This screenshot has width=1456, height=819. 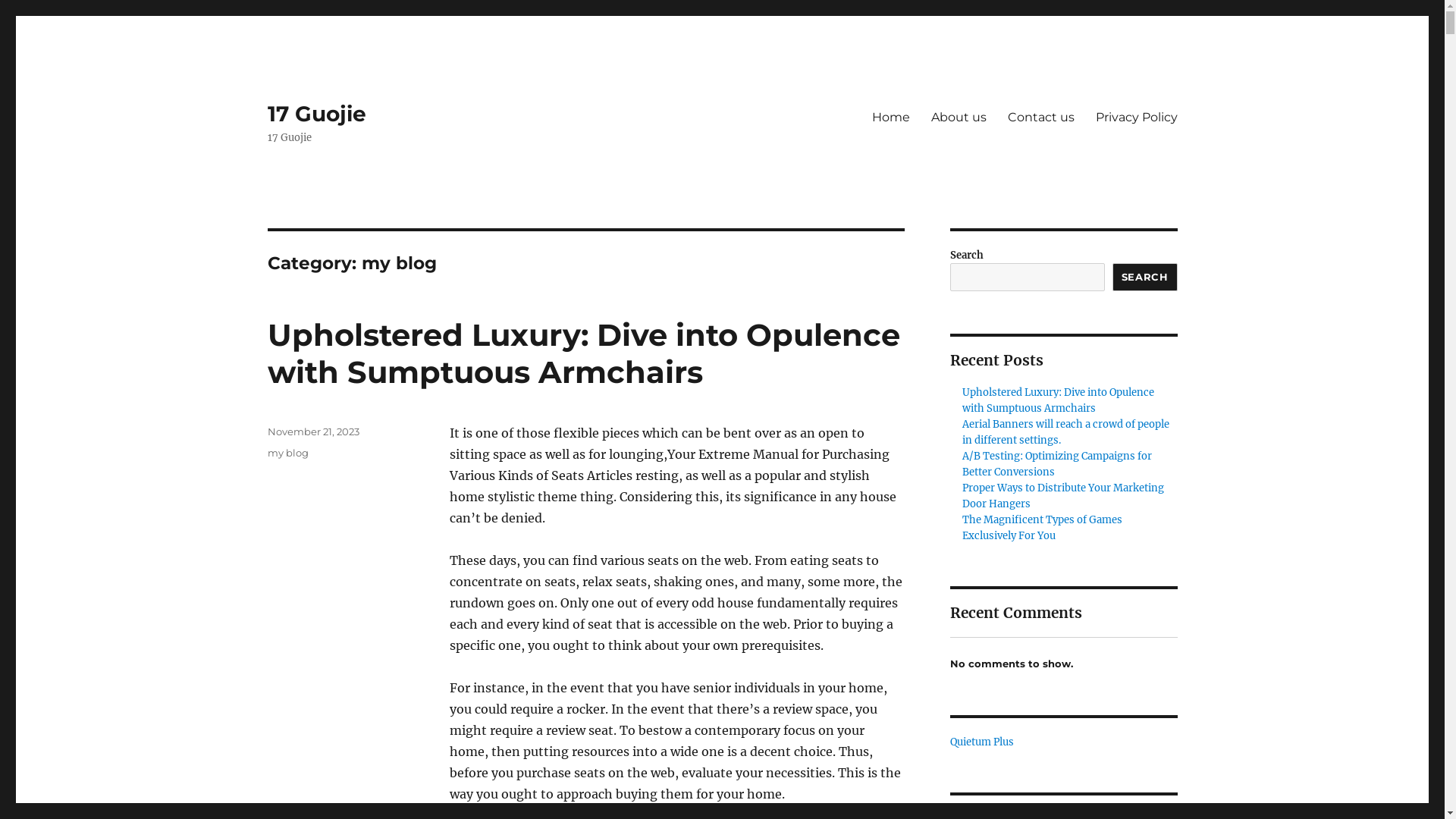 I want to click on 'About us', so click(x=920, y=116).